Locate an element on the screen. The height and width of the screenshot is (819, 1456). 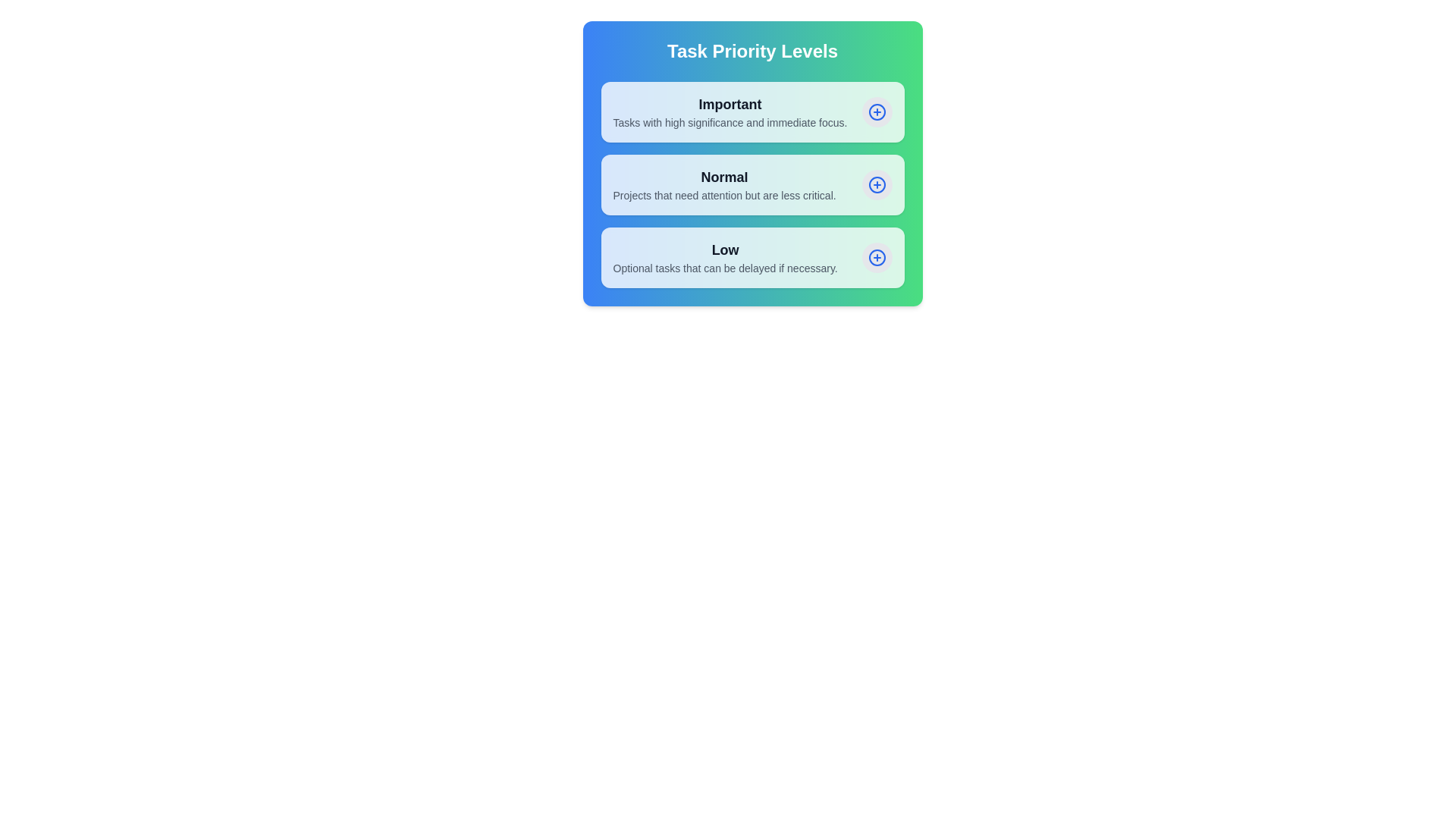
the circular shape with a blue border and light gray fill, part of the plus icon located in the 'Normal' priority level row in the 'Task Priority Levels' interface is located at coordinates (877, 184).